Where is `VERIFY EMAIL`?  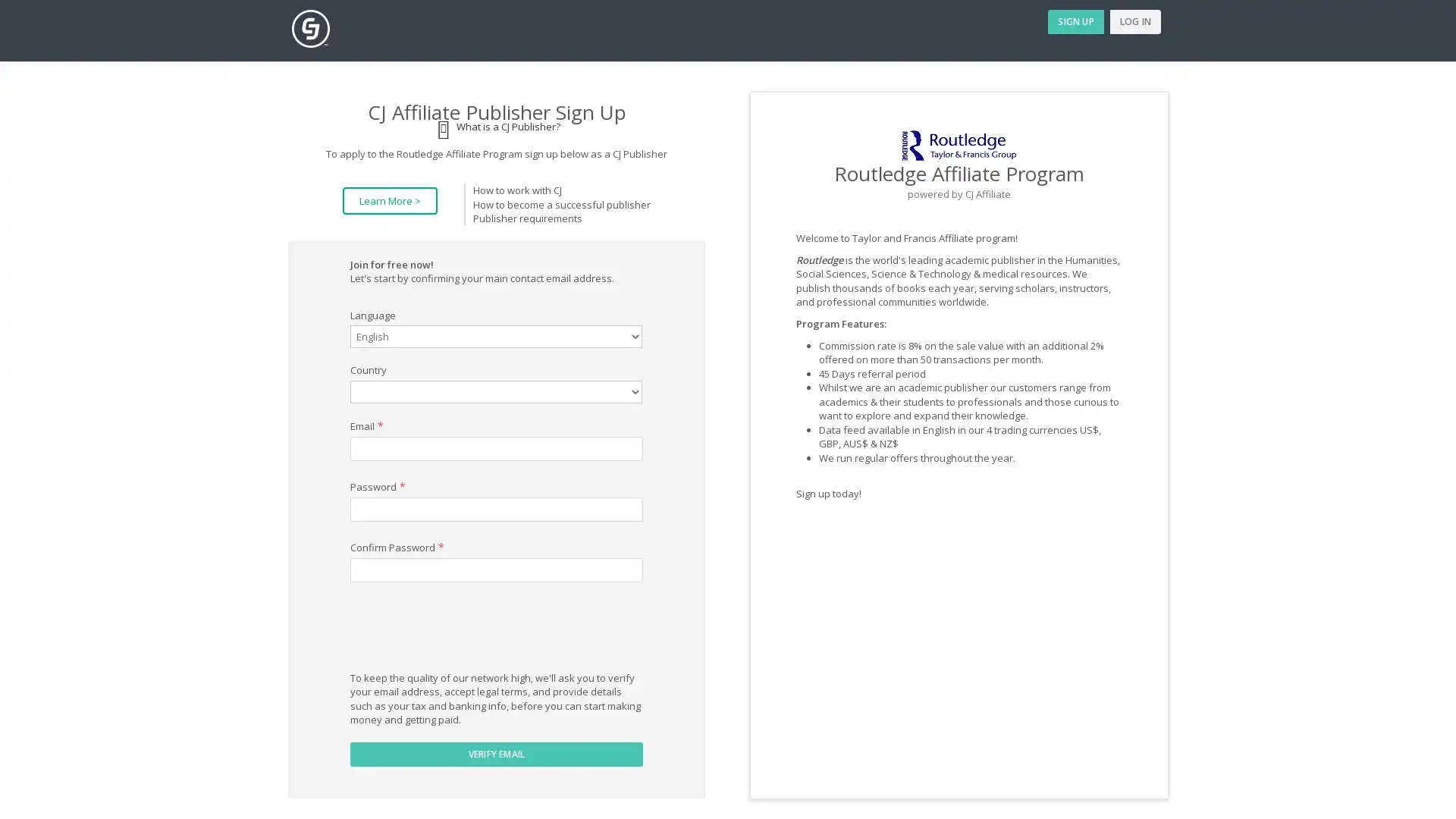
VERIFY EMAIL is located at coordinates (496, 754).